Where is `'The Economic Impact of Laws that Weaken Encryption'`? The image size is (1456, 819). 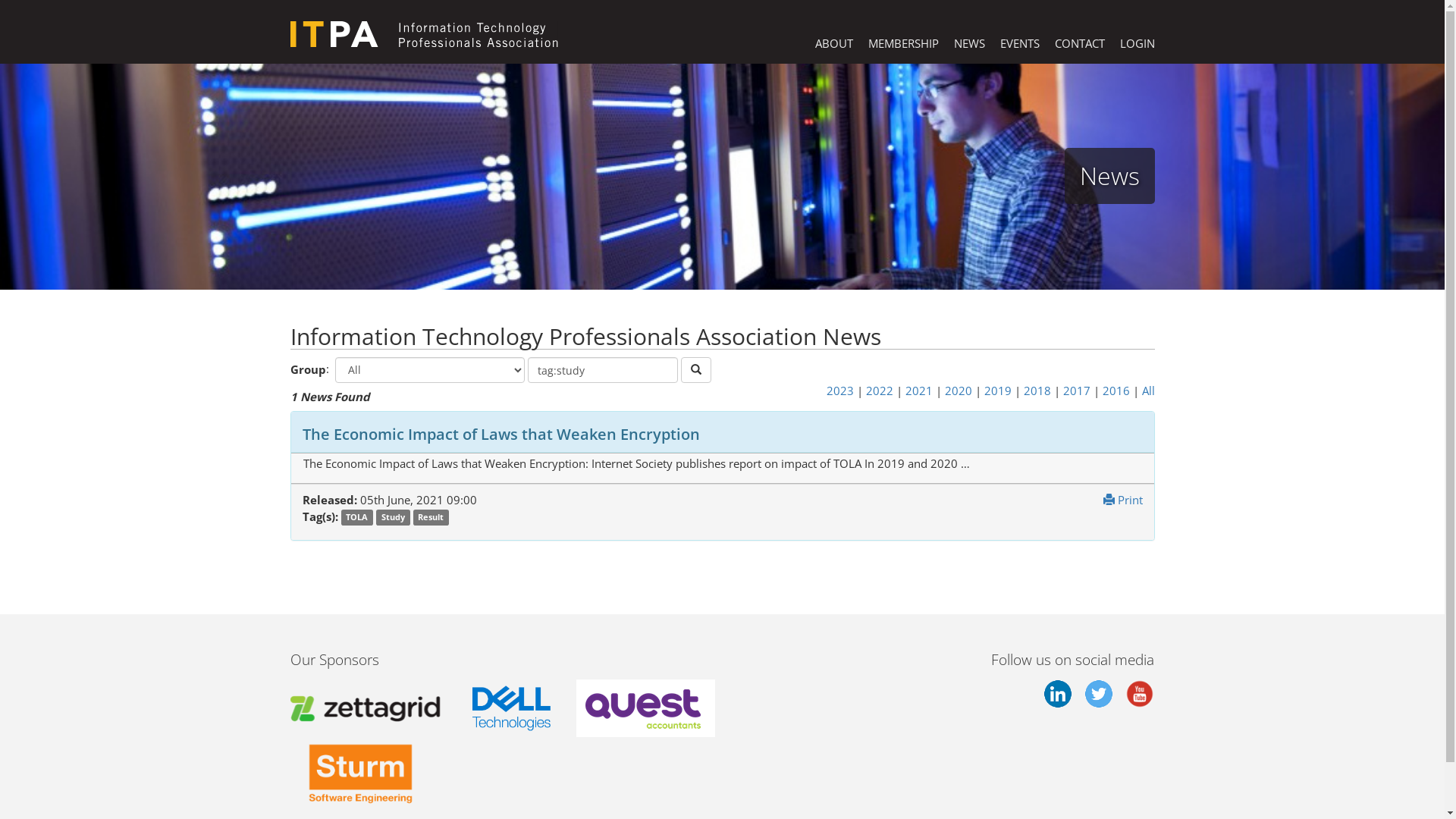
'The Economic Impact of Laws that Weaken Encryption' is located at coordinates (500, 433).